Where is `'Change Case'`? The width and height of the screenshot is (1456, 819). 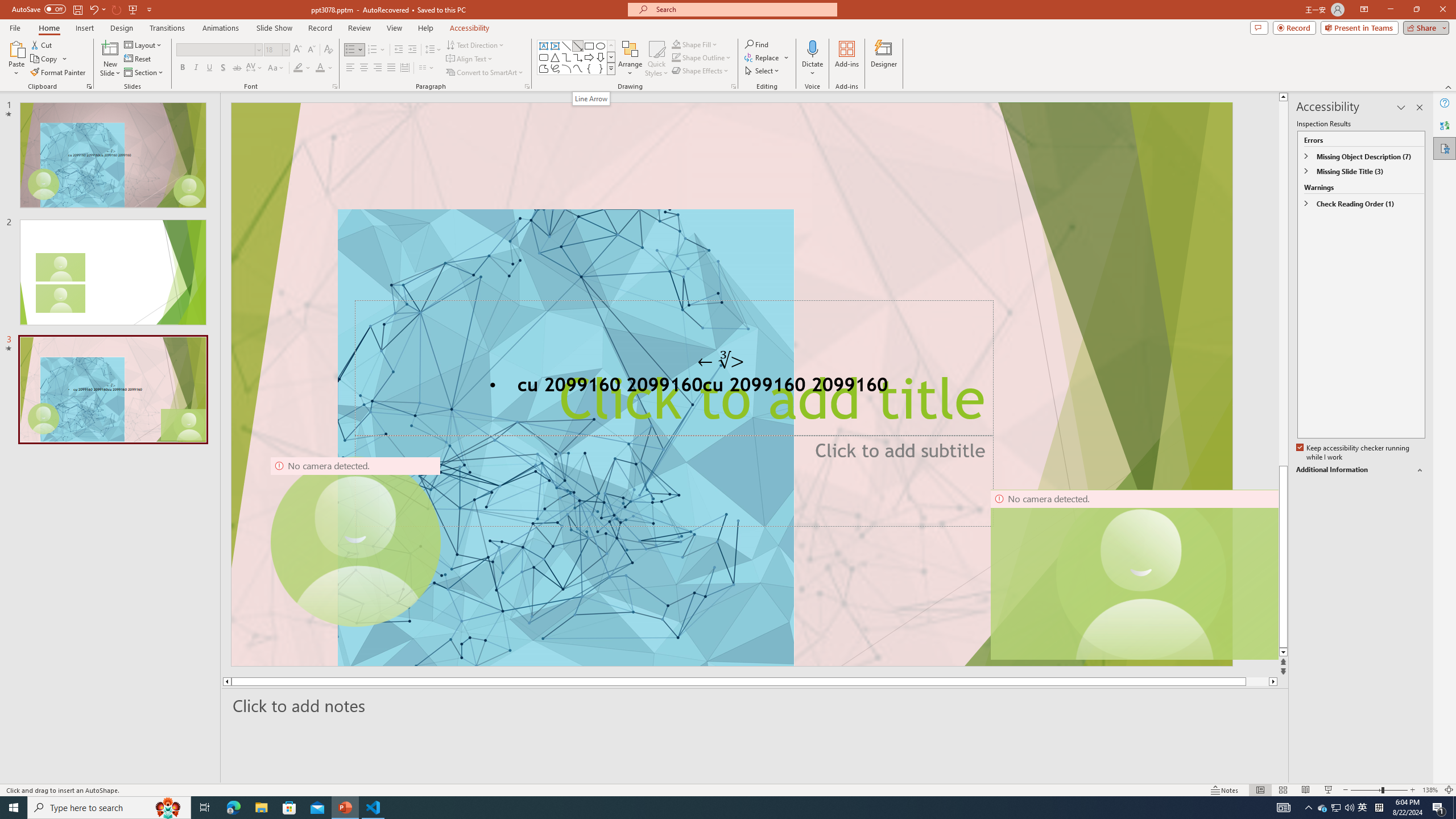
'Change Case' is located at coordinates (276, 67).